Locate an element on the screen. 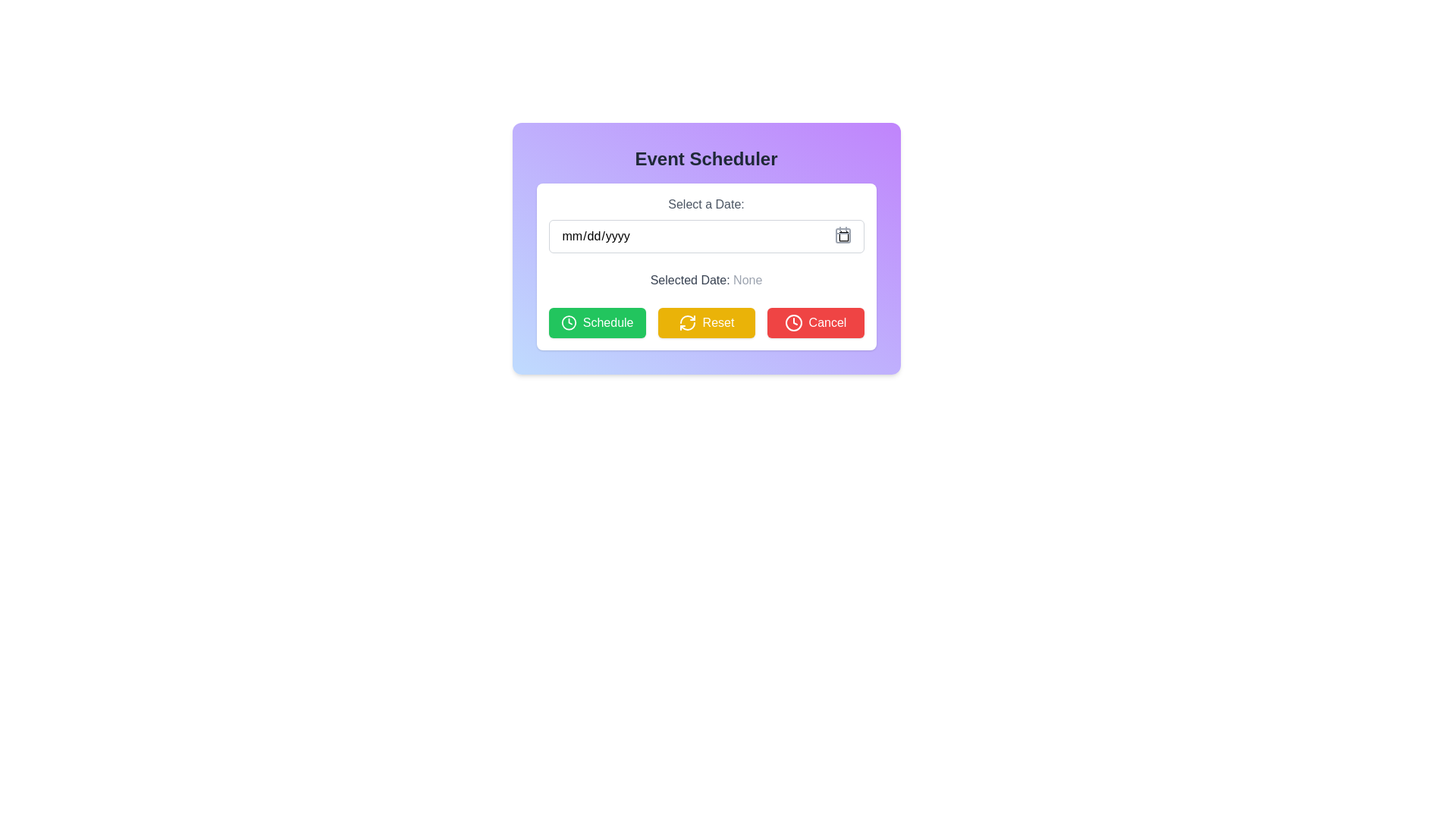 Image resolution: width=1456 pixels, height=819 pixels. the gray calendar icon located to the right of the 'Select a Date' input box is located at coordinates (842, 234).